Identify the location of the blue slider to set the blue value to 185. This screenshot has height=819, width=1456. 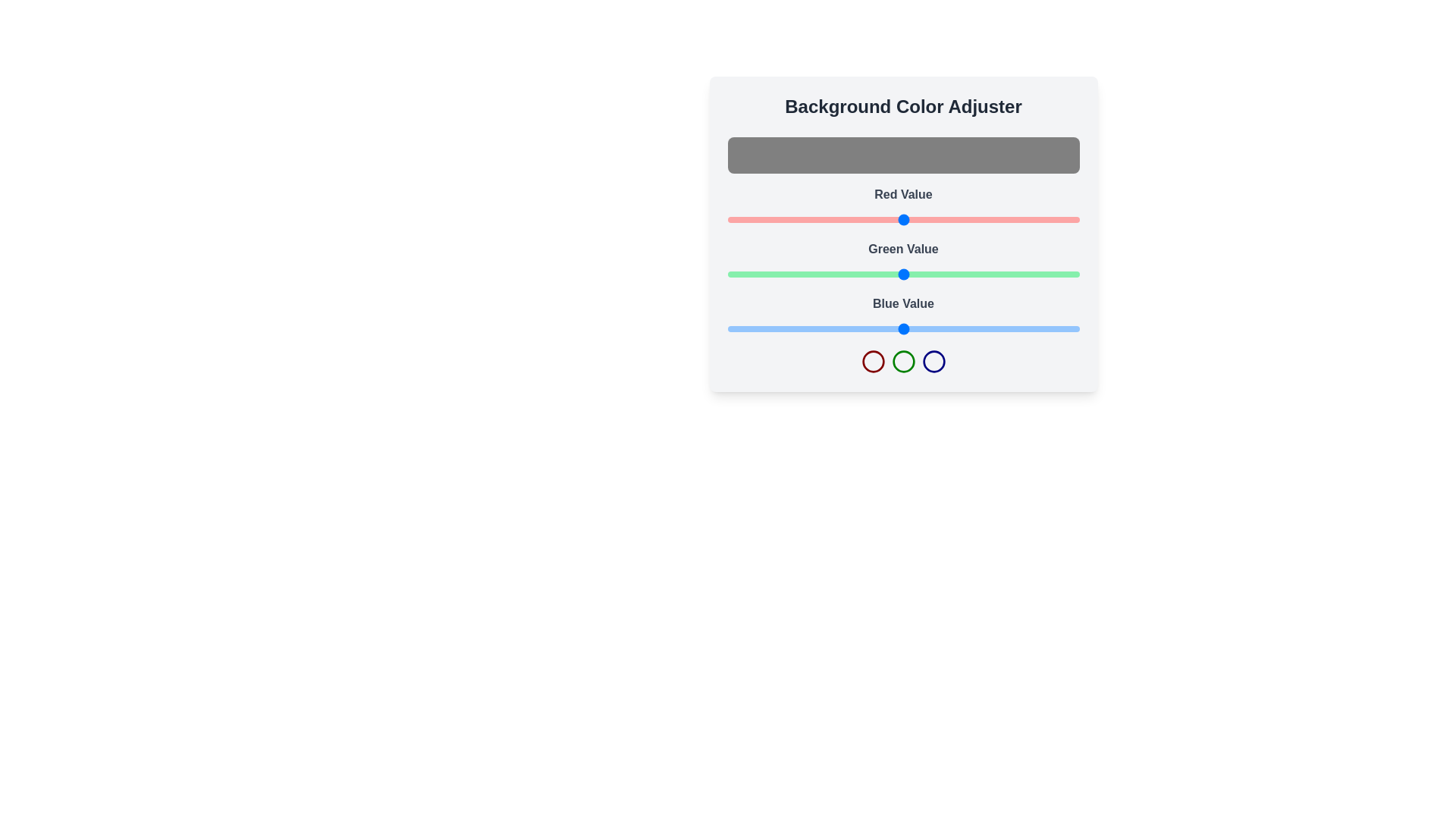
(983, 328).